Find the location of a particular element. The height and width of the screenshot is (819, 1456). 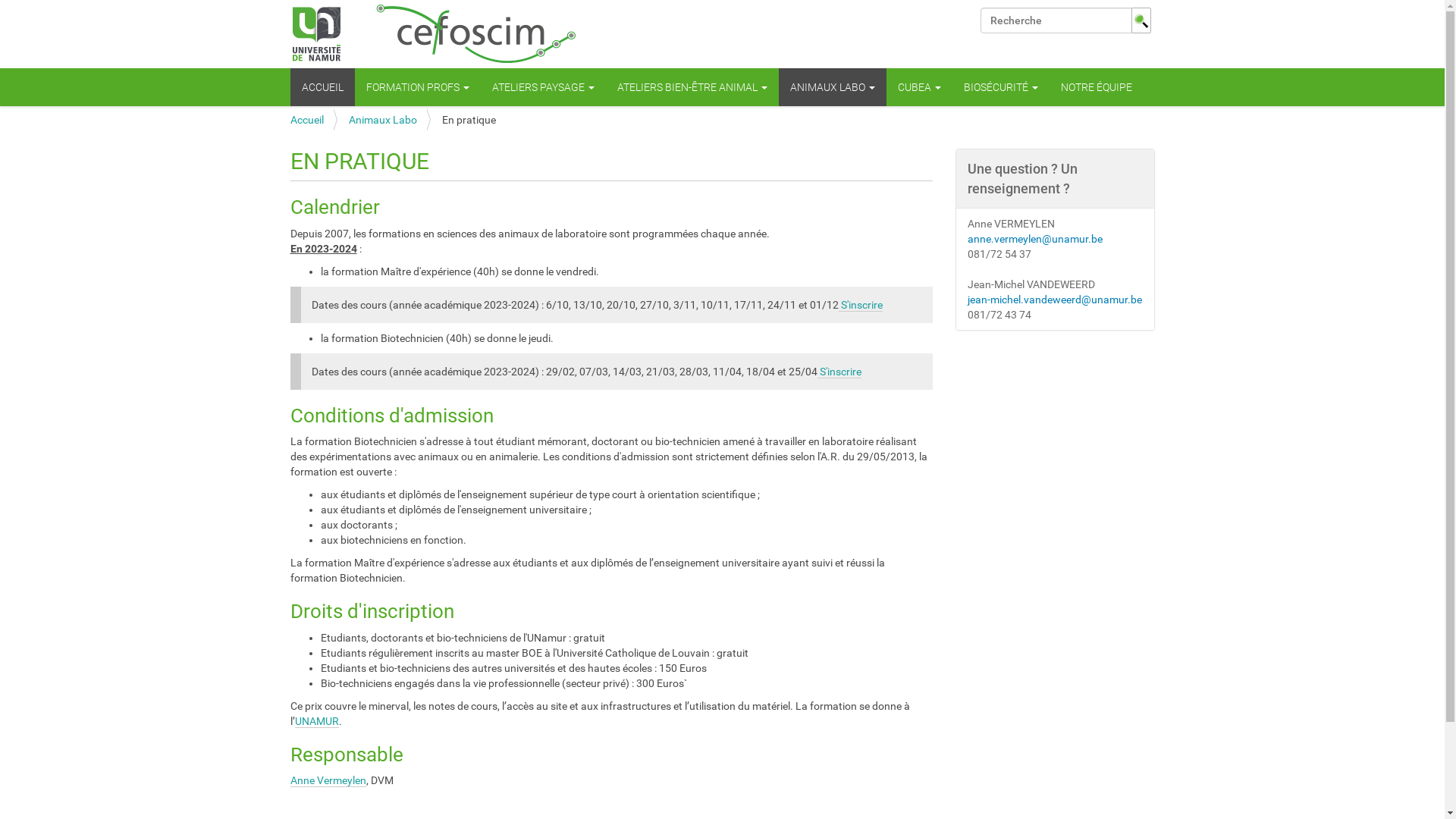

'Animaux Labo' is located at coordinates (382, 119).